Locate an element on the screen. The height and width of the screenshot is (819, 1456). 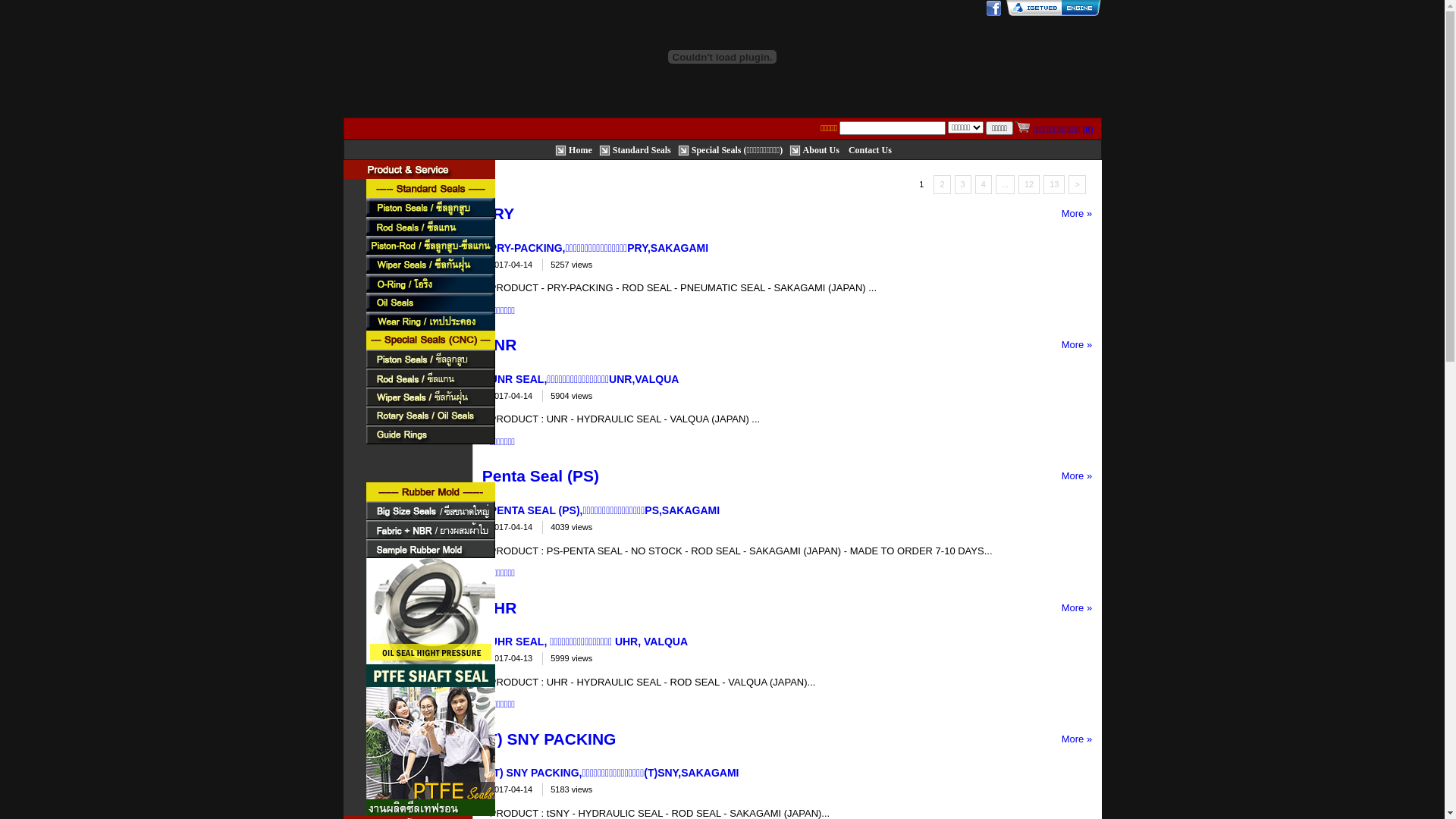
'Fabric+NBR' is located at coordinates (428, 529).